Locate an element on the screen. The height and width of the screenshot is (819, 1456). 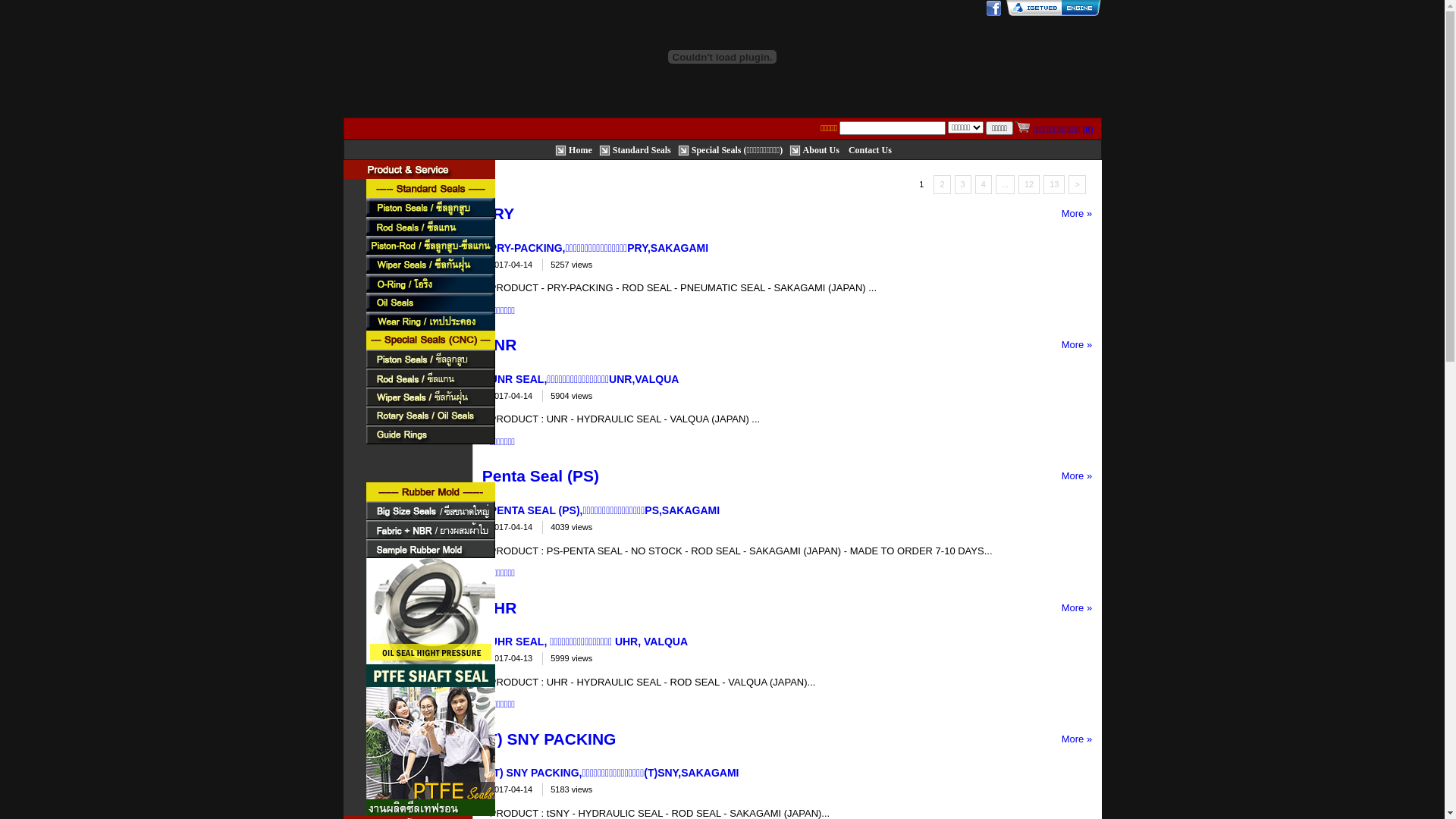
'Fabric+NBR' is located at coordinates (428, 529).